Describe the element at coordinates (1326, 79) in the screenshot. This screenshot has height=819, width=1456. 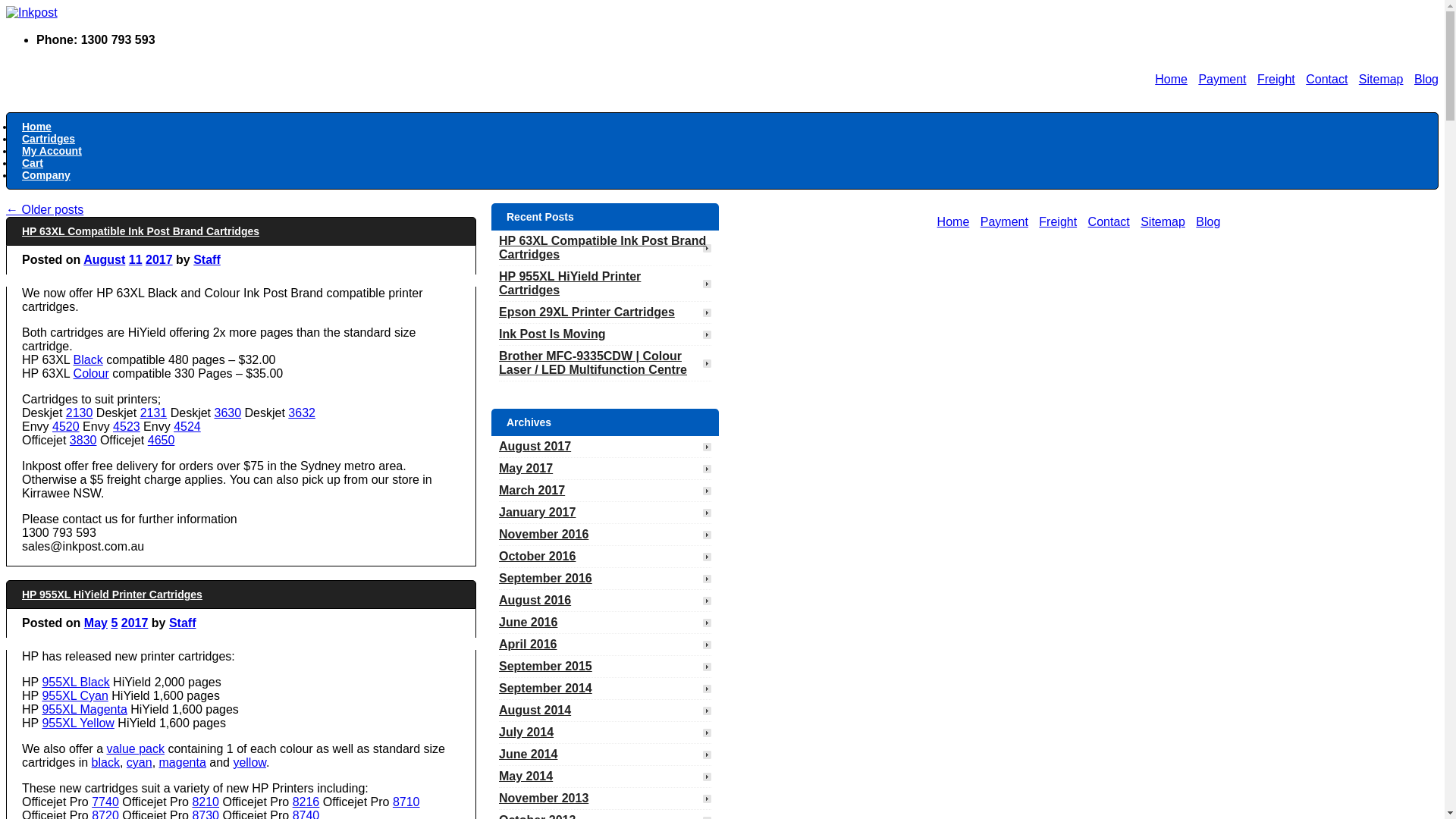
I see `'Contact'` at that location.